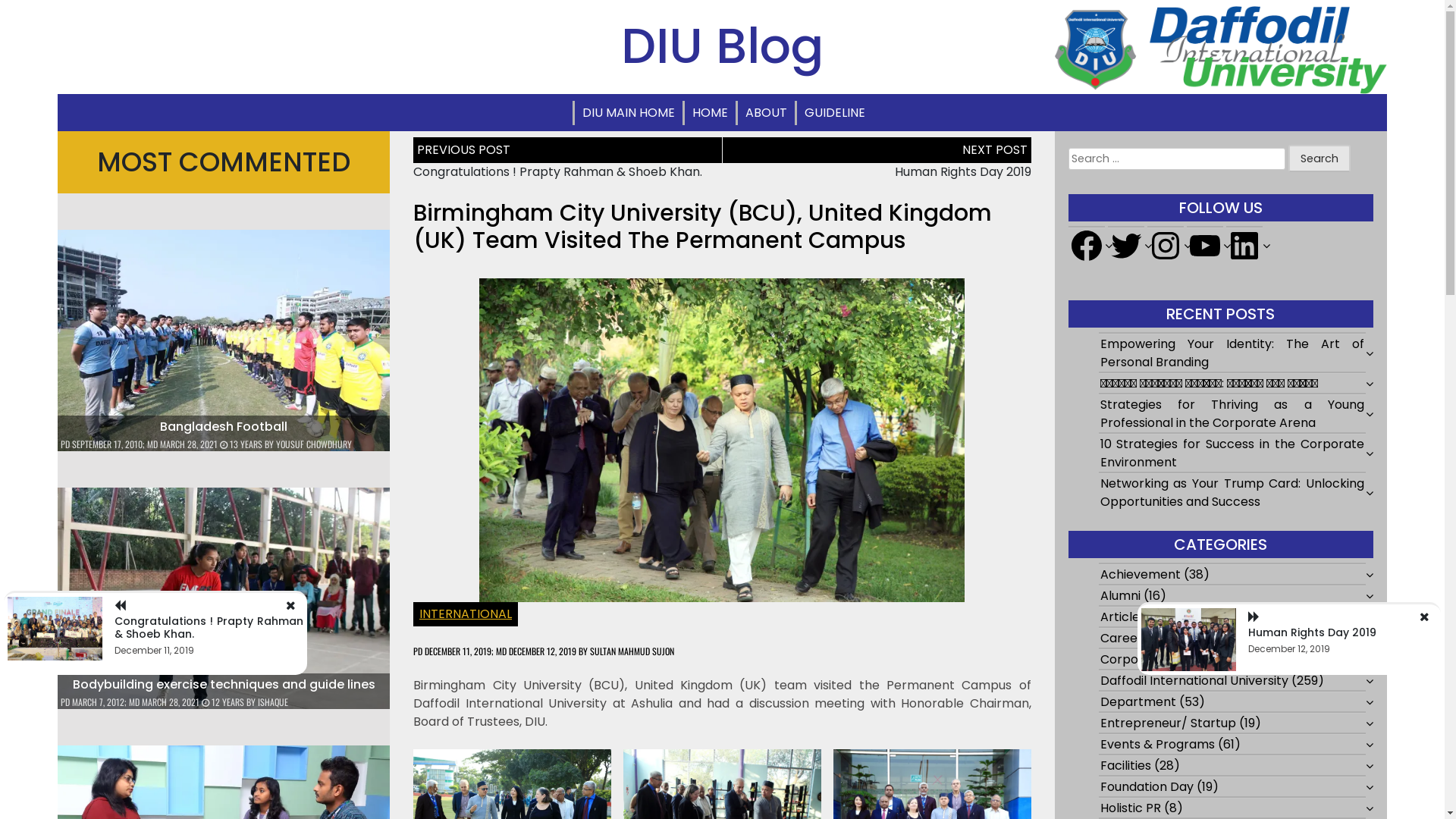 Image resolution: width=1456 pixels, height=819 pixels. I want to click on 'Career', so click(1121, 638).